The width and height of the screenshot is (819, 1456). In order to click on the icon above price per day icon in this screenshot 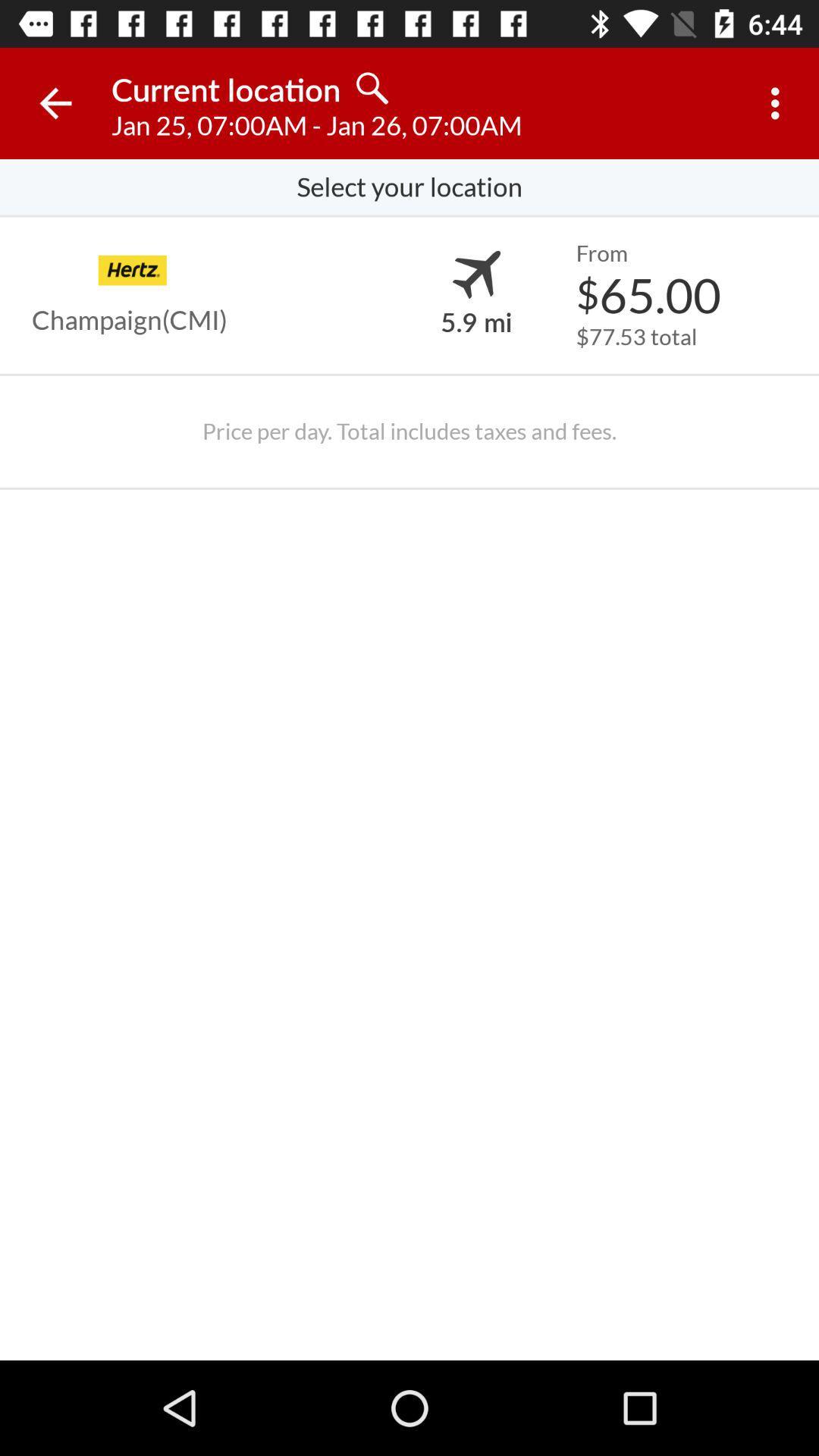, I will do `click(636, 336)`.